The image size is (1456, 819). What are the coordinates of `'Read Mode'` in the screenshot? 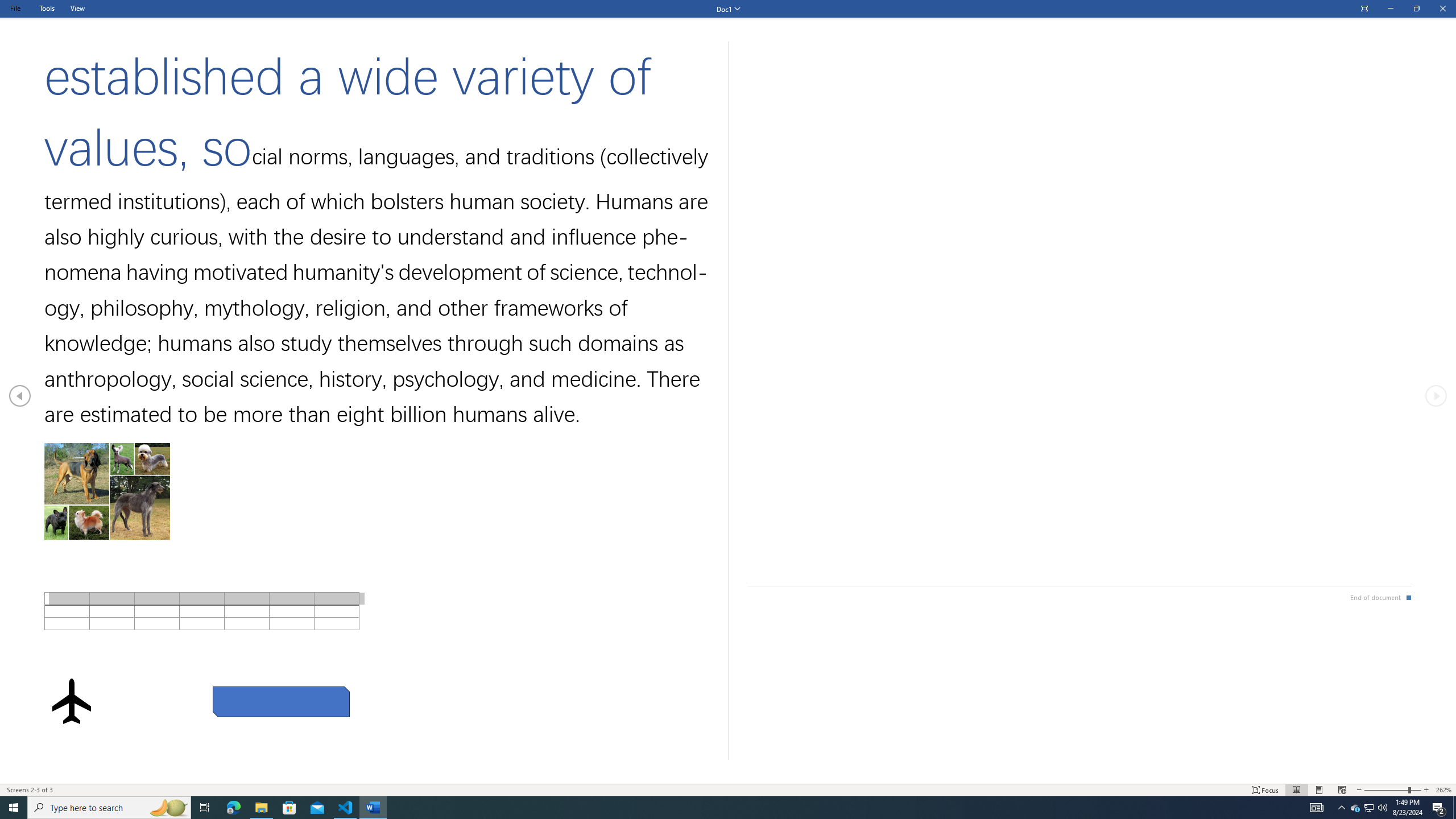 It's located at (1296, 790).